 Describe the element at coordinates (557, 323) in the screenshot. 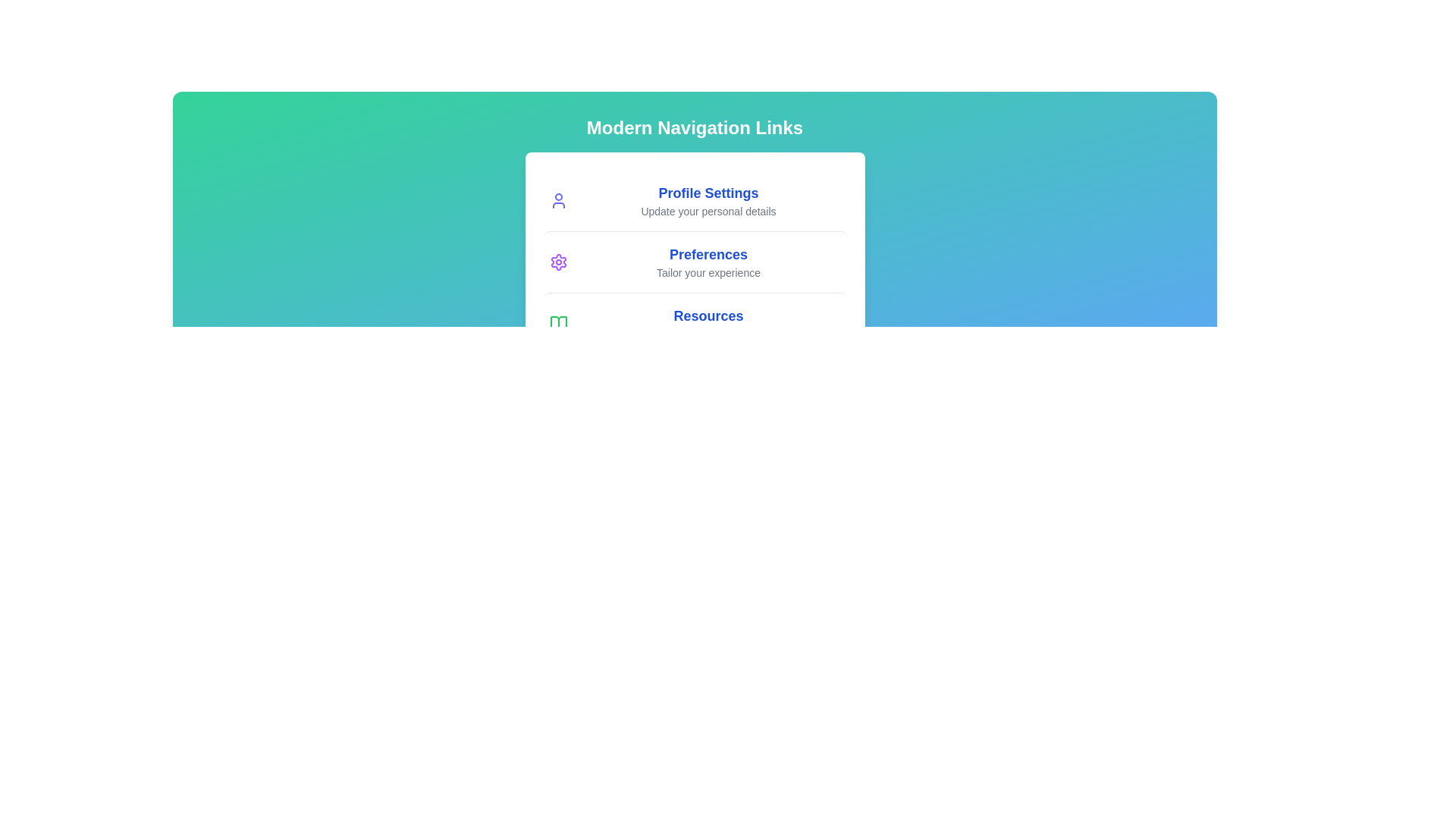

I see `the icon located to the left of the 'Resources' text in the last item of the vertical menu within the 'Modern Navigation Links' section` at that location.